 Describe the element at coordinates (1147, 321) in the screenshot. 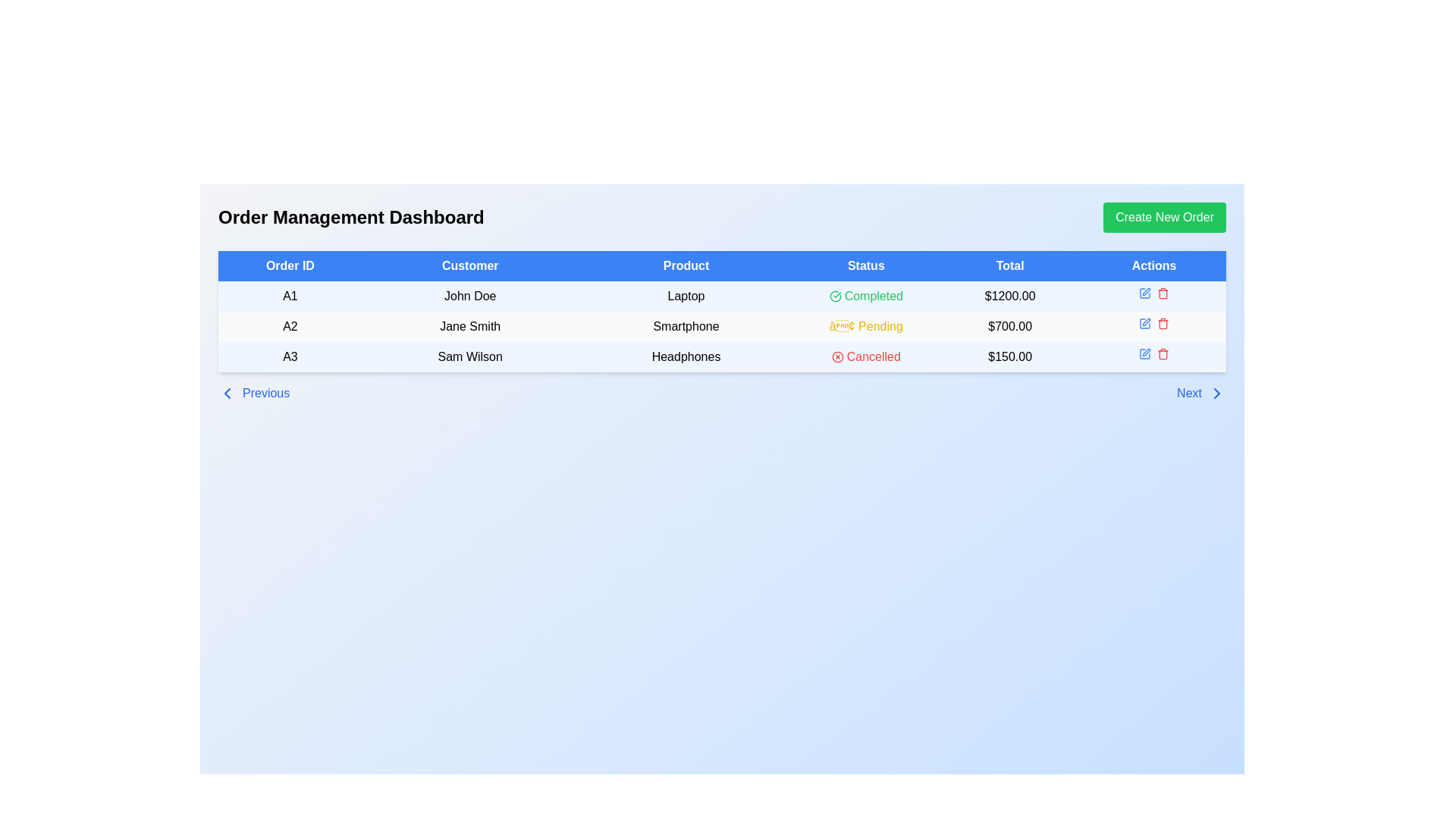

I see `the 'Edit' icon button, which resembles a pen and is located in the 'Actions' column of the row corresponding to Jane Smith's order` at that location.